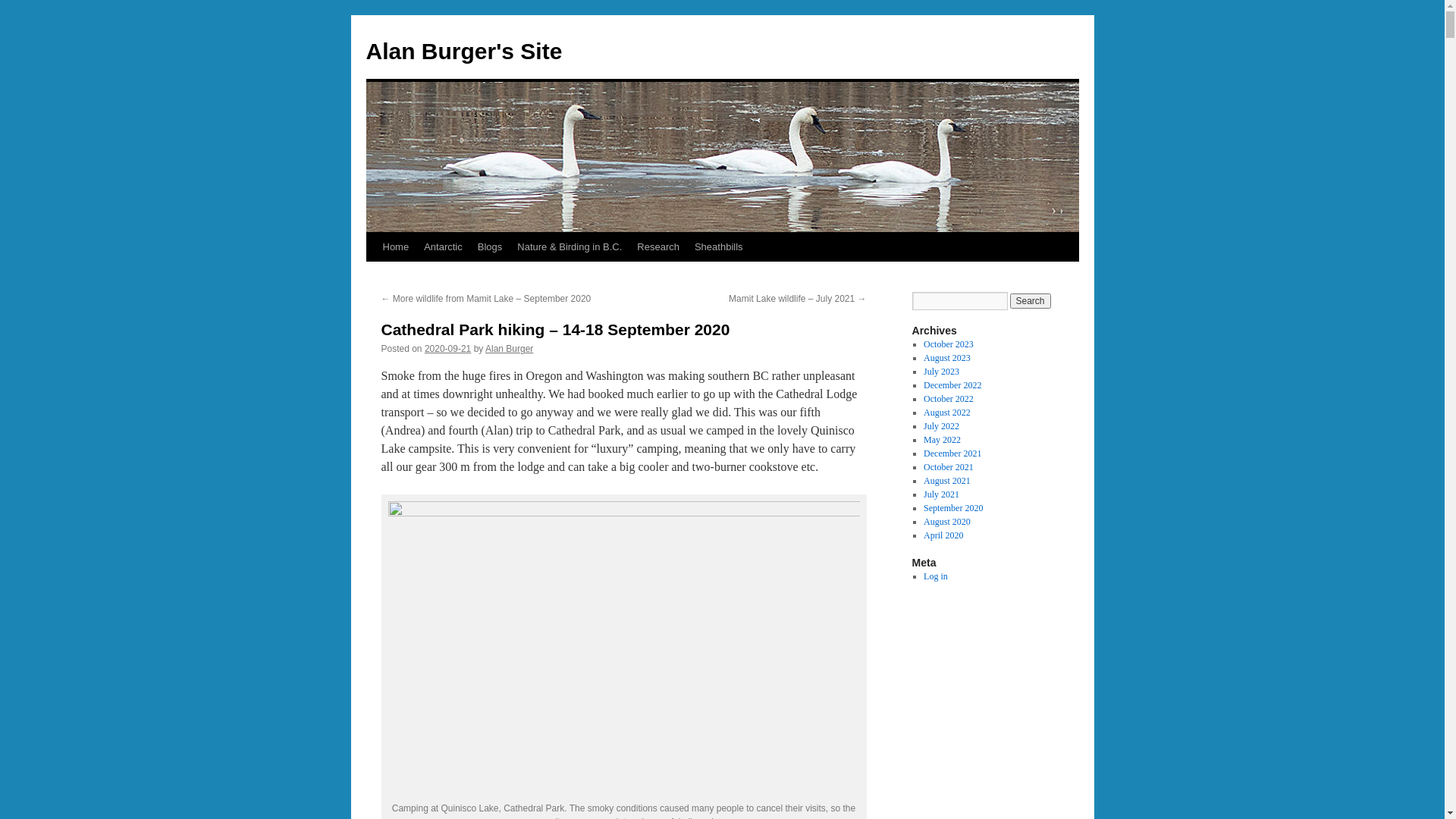 This screenshot has width=1456, height=819. Describe the element at coordinates (952, 508) in the screenshot. I see `'September 2020'` at that location.